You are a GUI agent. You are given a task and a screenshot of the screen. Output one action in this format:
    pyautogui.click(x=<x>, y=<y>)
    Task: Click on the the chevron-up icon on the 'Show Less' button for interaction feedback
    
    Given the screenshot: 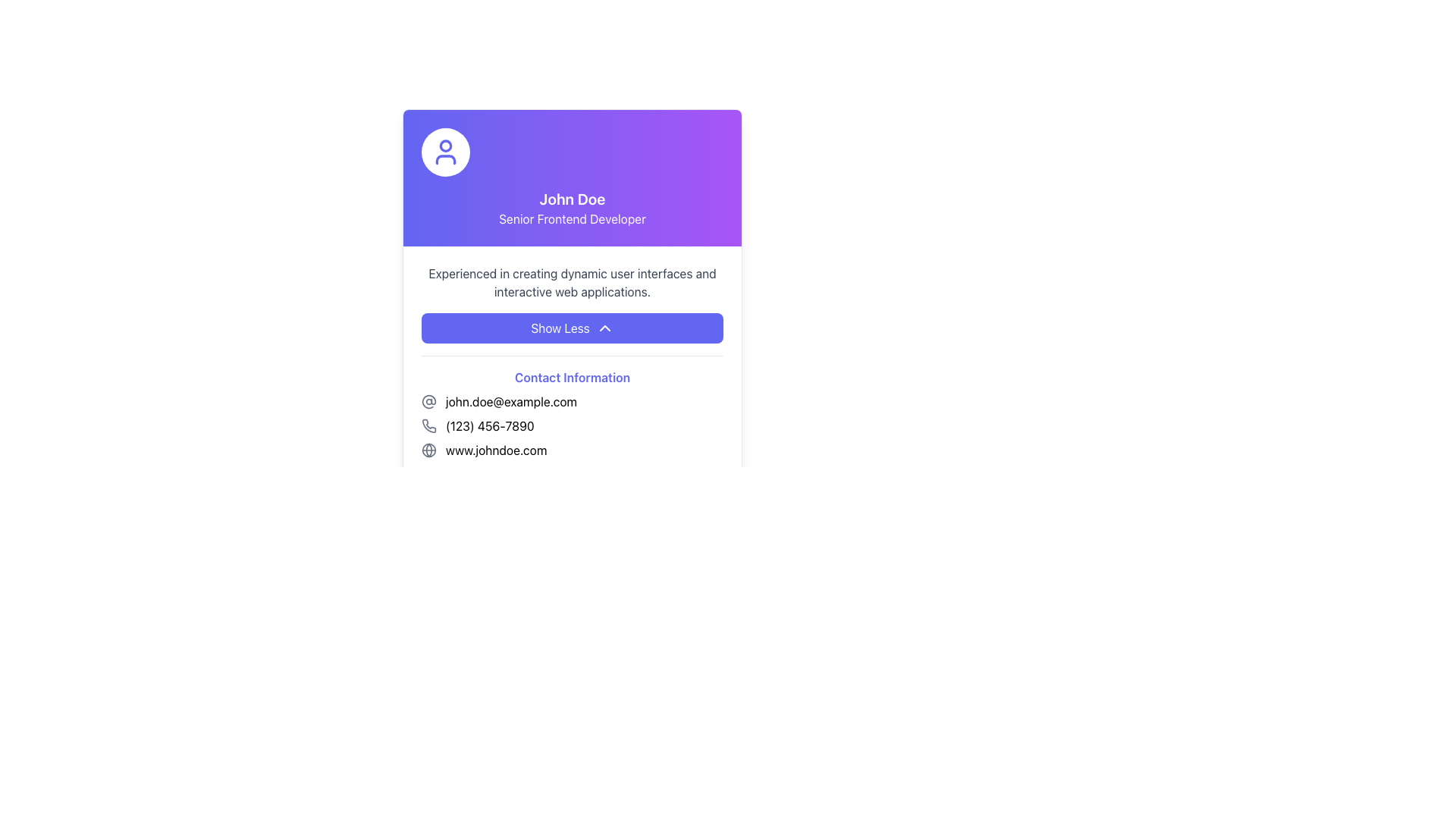 What is the action you would take?
    pyautogui.click(x=604, y=327)
    